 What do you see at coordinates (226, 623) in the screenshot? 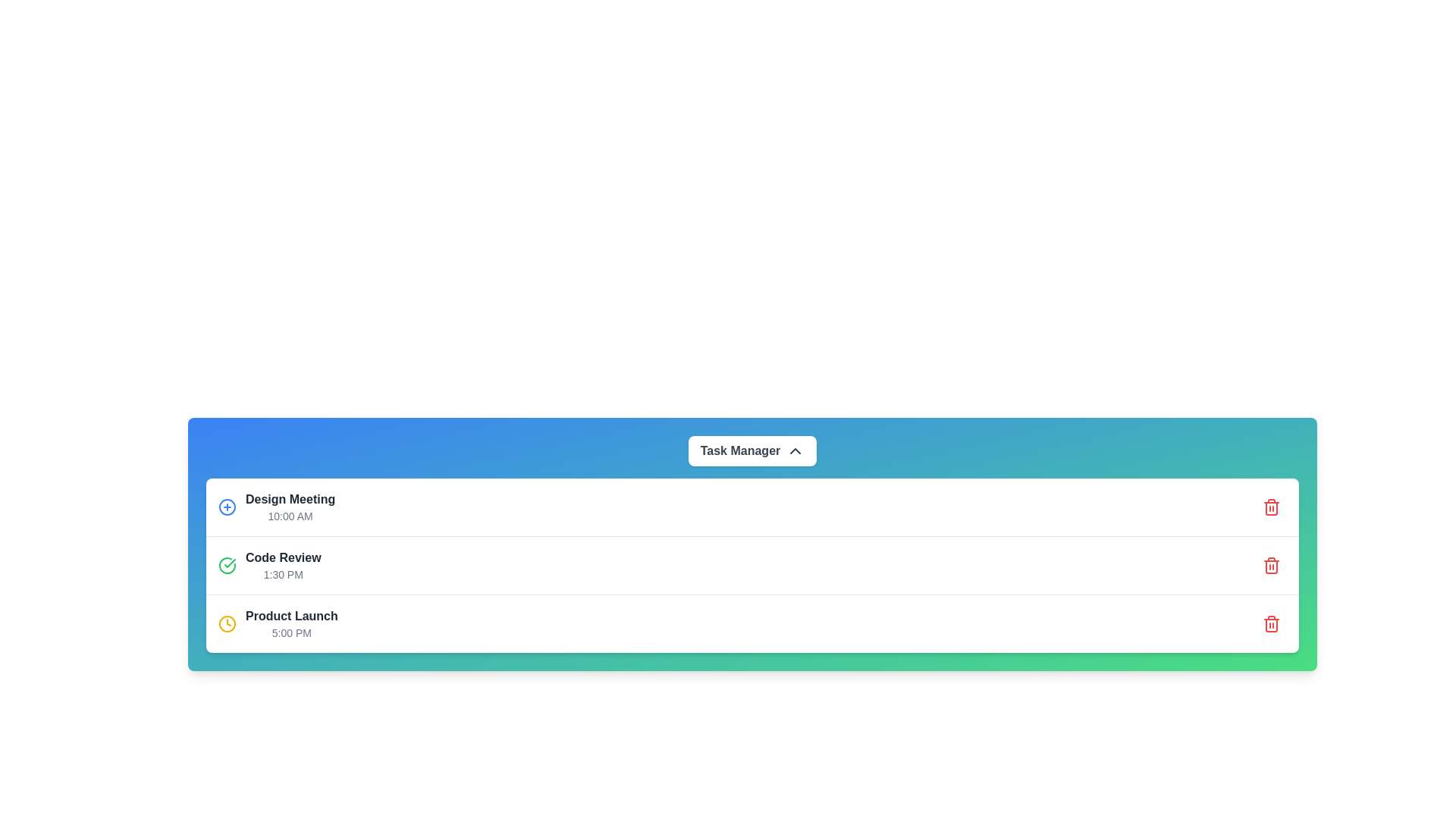
I see `the clock icon located to the left of the text 'Product Launch', which indicates the time '5:00 PM'` at bounding box center [226, 623].